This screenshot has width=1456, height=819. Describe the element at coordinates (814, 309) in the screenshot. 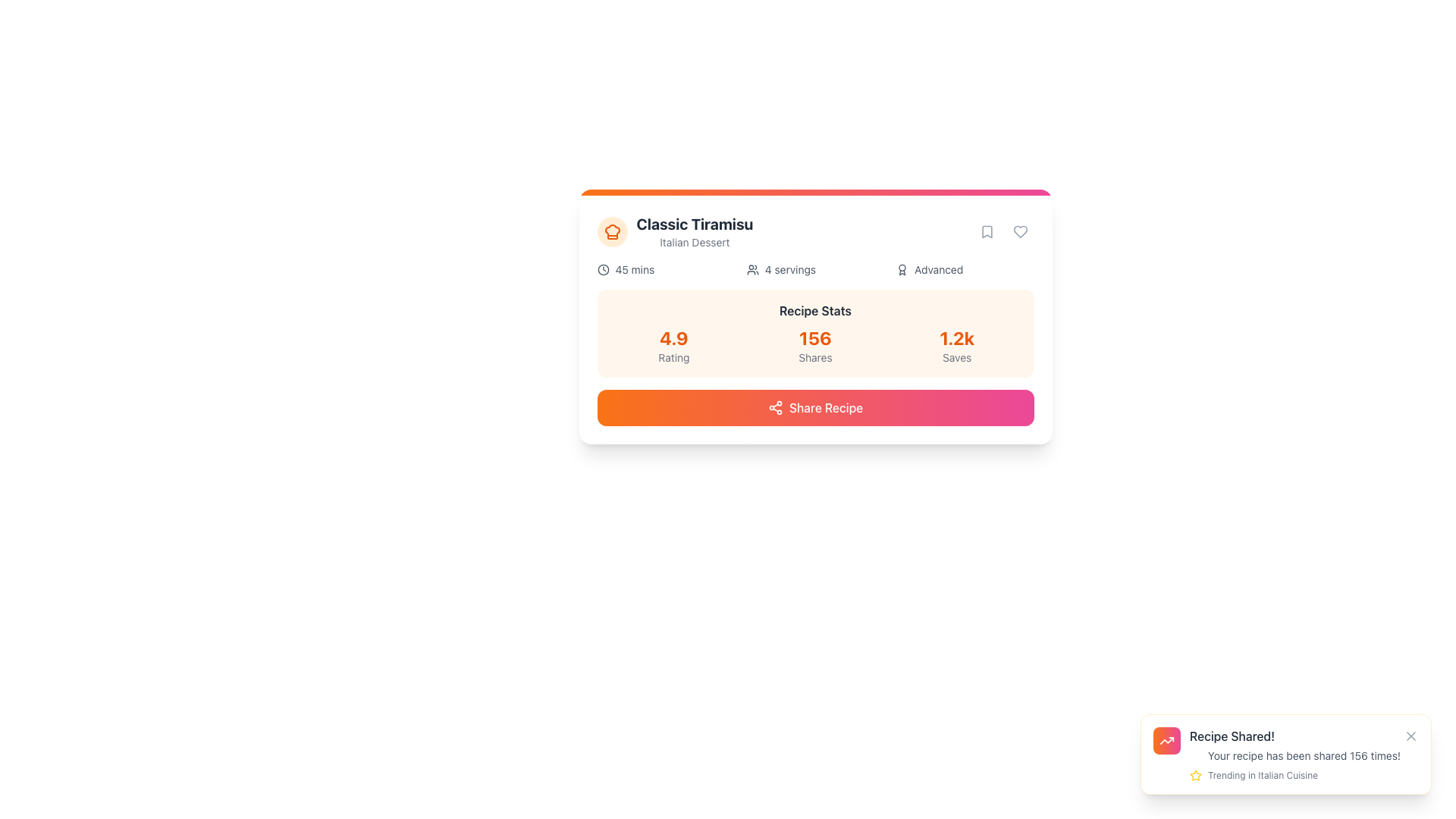

I see `the text label that categorizes the statistics section for recipe-related stats, positioned centrally below the main title 'Classic Tiramisu'` at that location.